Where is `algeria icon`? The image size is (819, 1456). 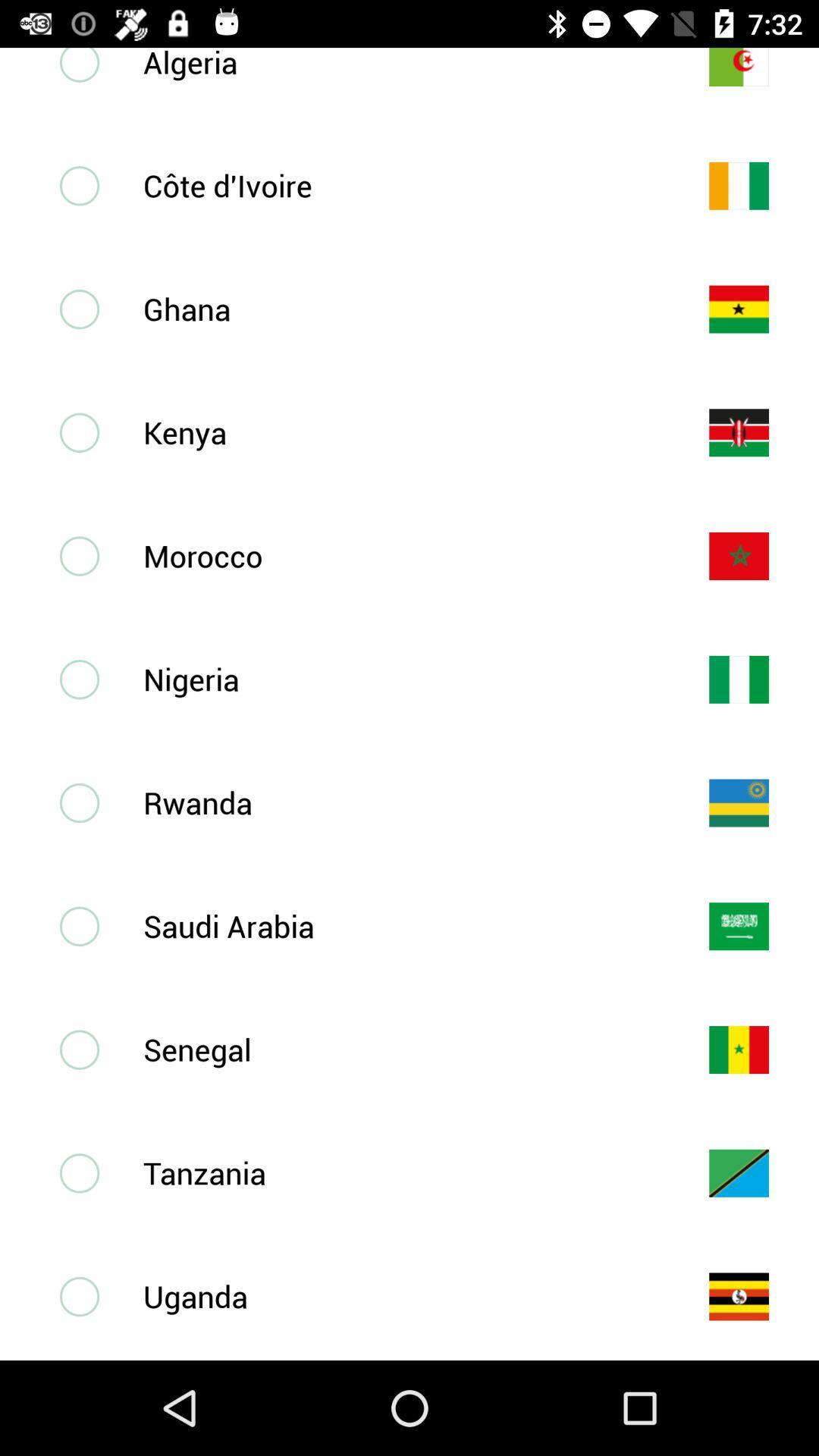 algeria icon is located at coordinates (400, 64).